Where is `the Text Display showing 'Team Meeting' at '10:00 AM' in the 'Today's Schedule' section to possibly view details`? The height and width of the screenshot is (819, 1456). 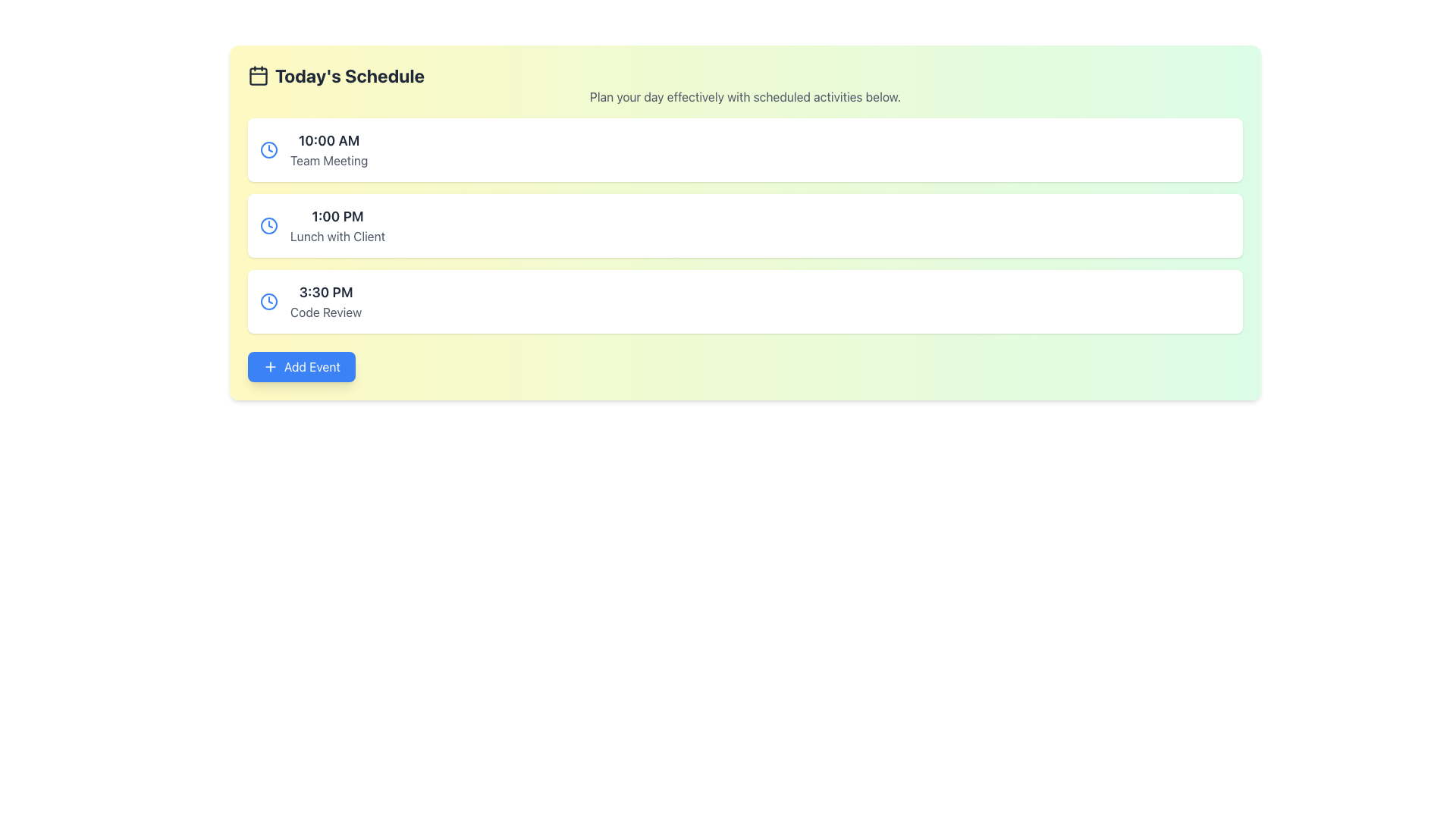 the Text Display showing 'Team Meeting' at '10:00 AM' in the 'Today's Schedule' section to possibly view details is located at coordinates (328, 149).